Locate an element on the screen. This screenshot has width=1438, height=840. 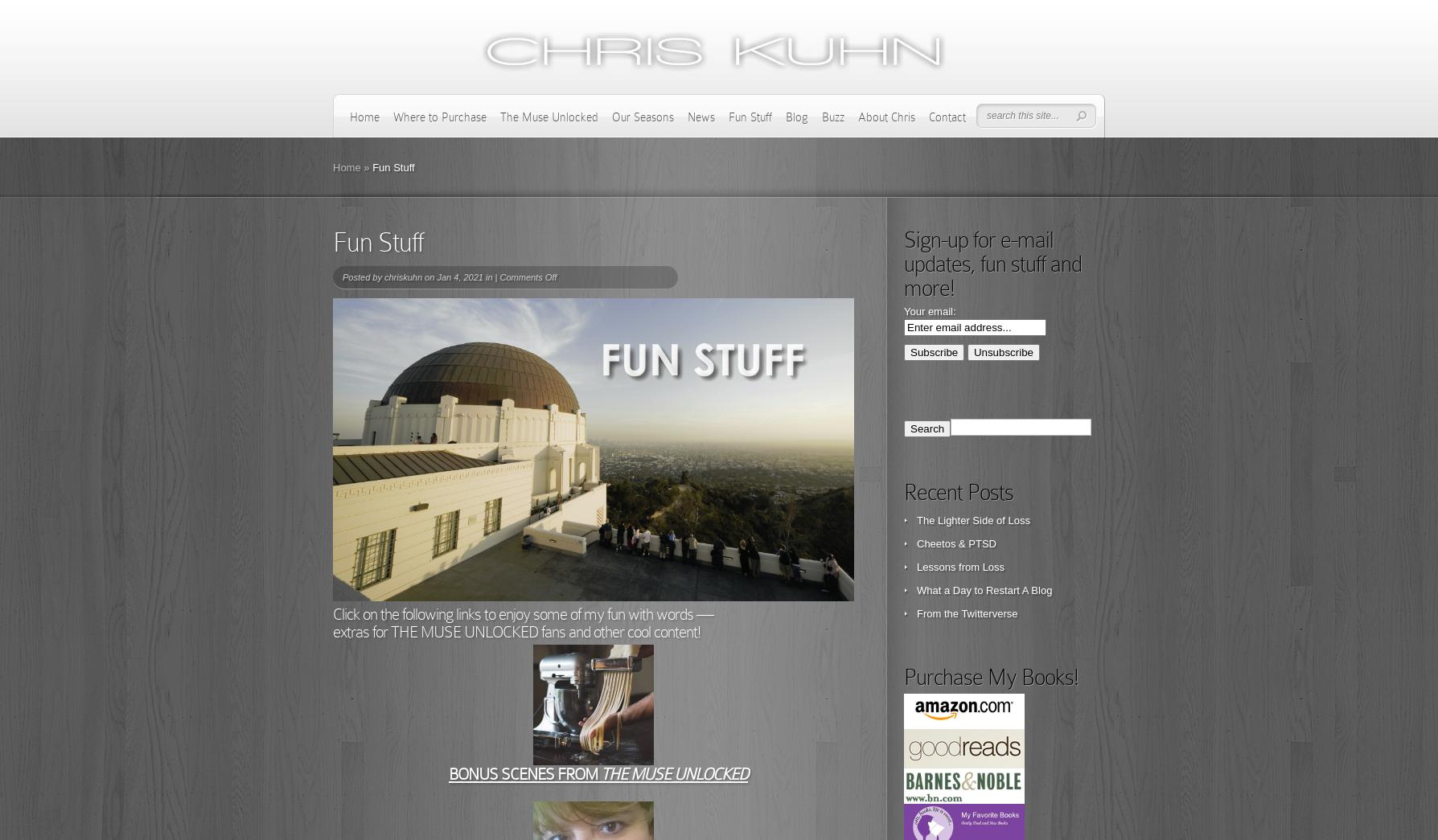
'About Chris' is located at coordinates (886, 116).